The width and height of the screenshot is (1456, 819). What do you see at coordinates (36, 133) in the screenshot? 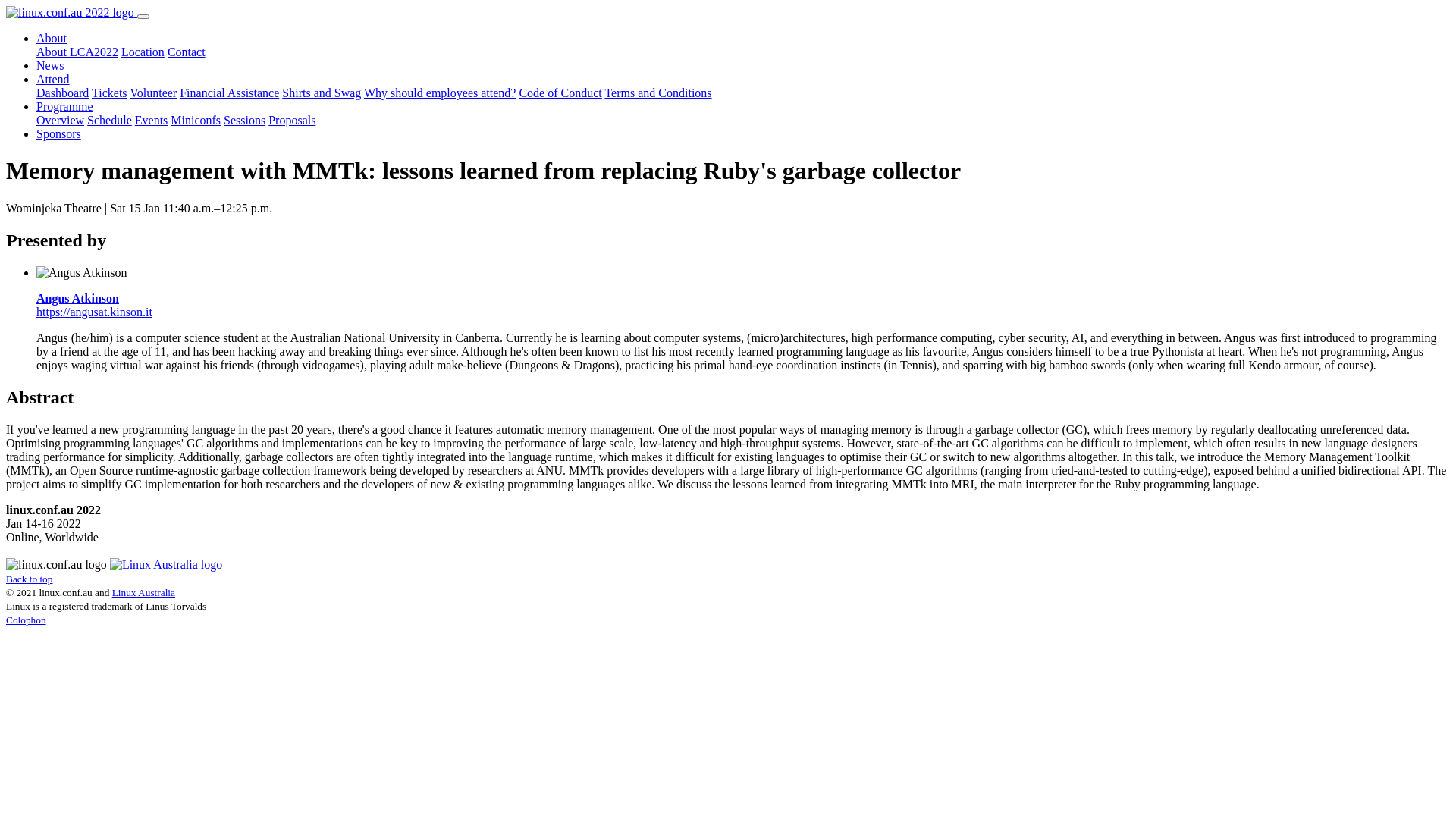
I see `'Sponsors'` at bounding box center [36, 133].